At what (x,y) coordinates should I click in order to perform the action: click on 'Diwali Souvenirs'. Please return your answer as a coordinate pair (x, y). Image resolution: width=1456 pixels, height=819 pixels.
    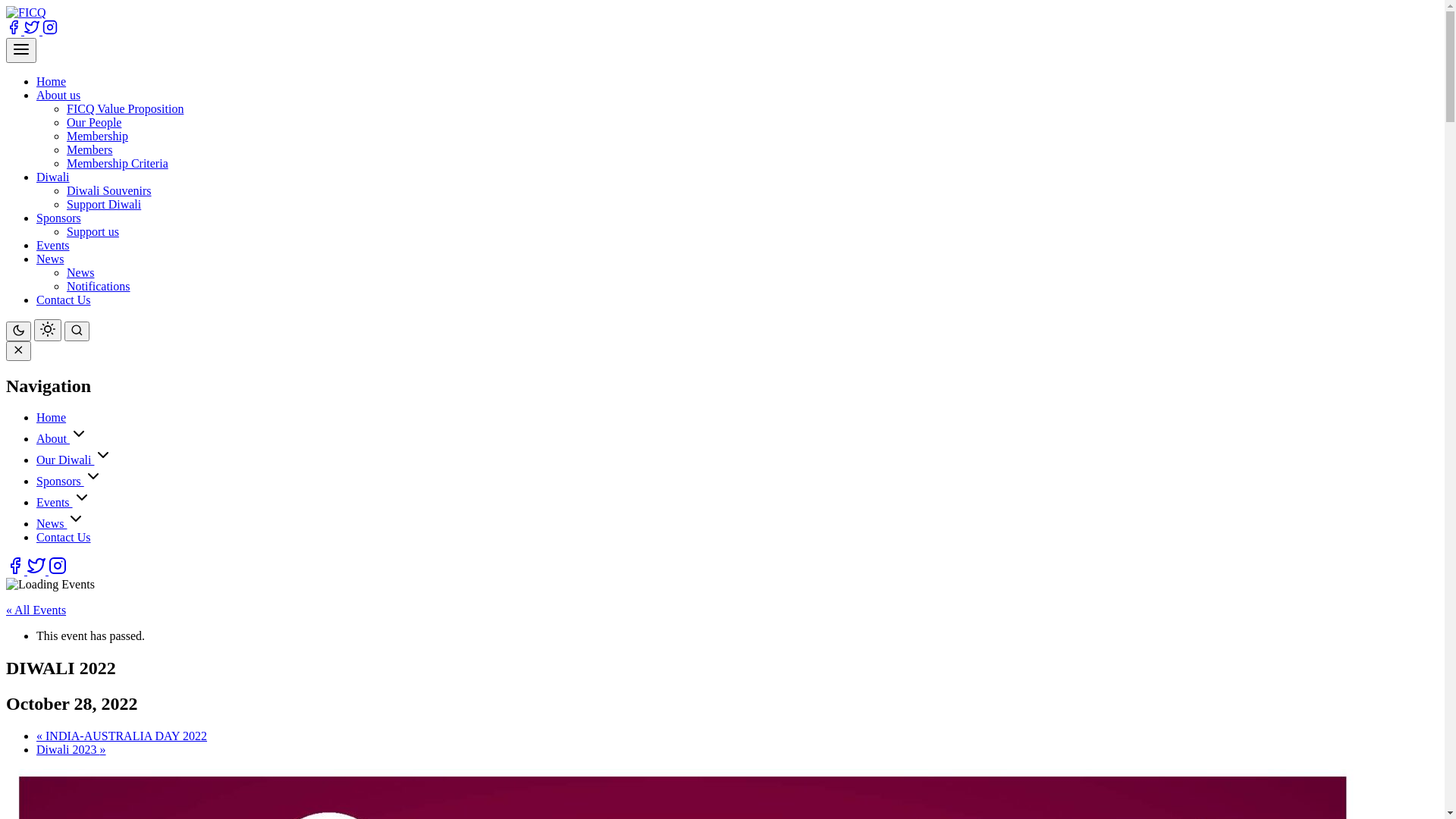
    Looking at the image, I should click on (108, 190).